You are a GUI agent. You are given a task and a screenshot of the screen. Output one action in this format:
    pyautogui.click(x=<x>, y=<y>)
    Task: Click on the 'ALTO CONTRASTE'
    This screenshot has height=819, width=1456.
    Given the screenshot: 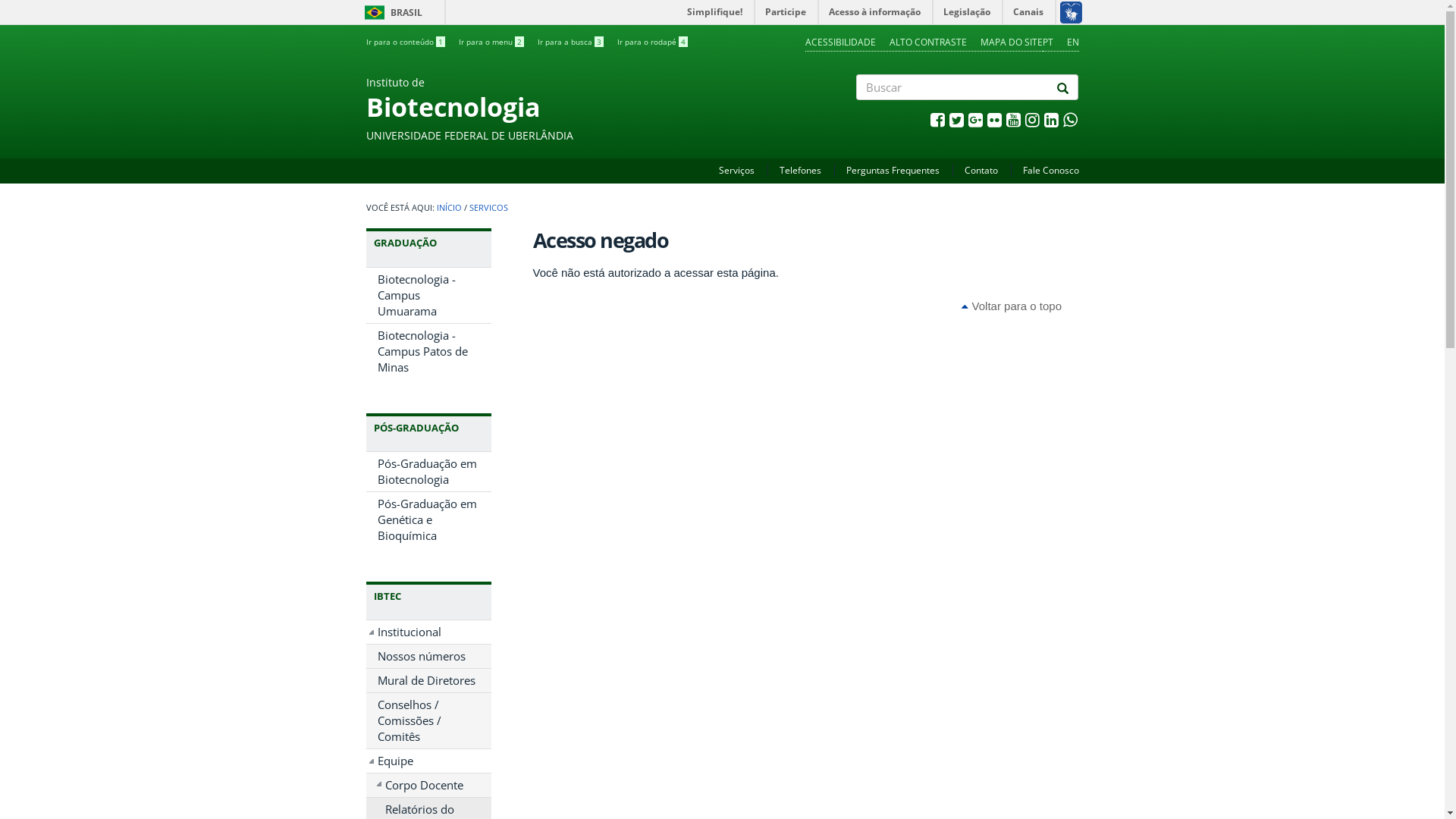 What is the action you would take?
    pyautogui.click(x=927, y=41)
    